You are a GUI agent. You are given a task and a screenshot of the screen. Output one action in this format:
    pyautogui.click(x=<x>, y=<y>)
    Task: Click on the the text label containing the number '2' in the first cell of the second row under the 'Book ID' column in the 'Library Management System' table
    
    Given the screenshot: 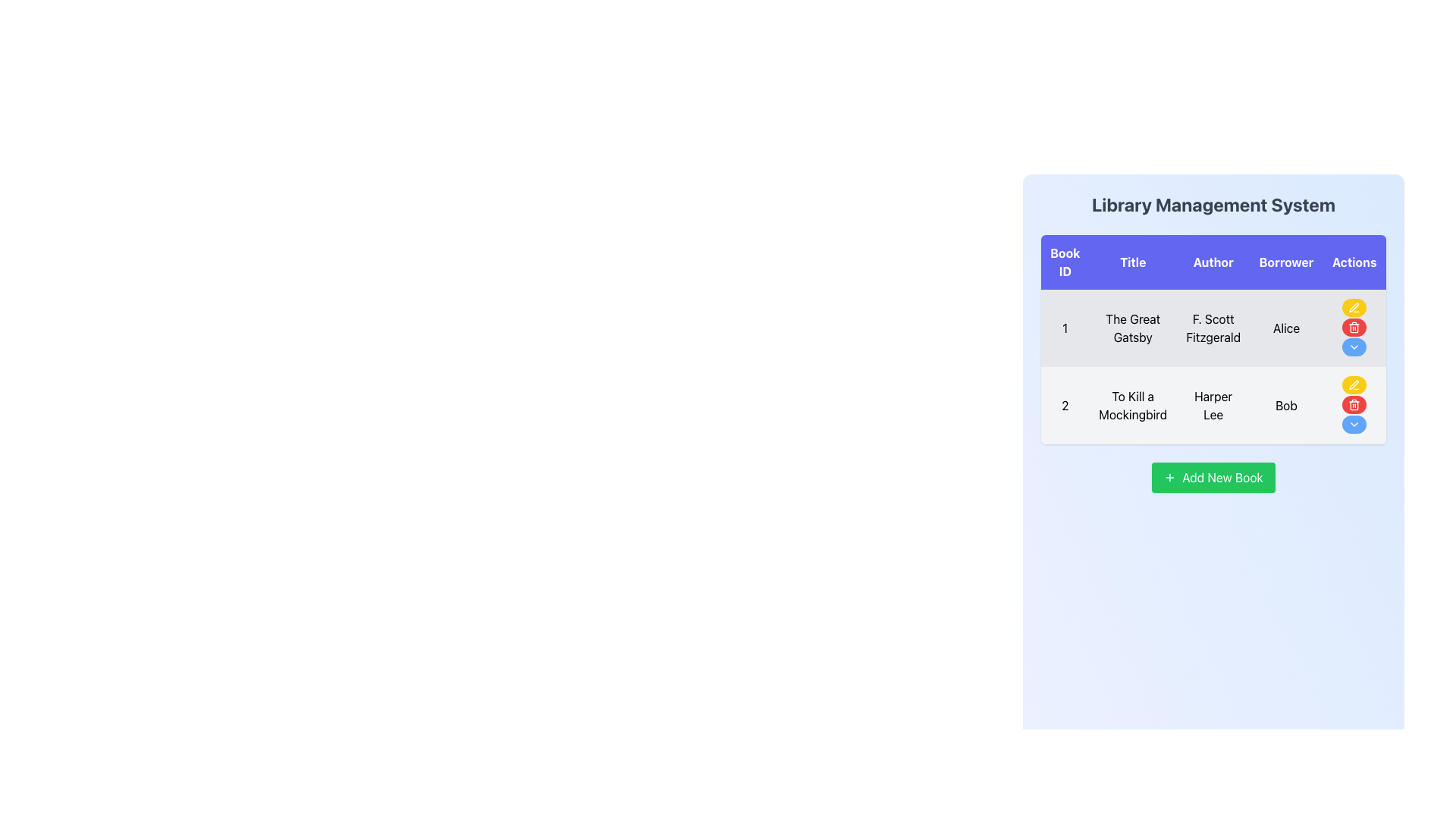 What is the action you would take?
    pyautogui.click(x=1064, y=405)
    